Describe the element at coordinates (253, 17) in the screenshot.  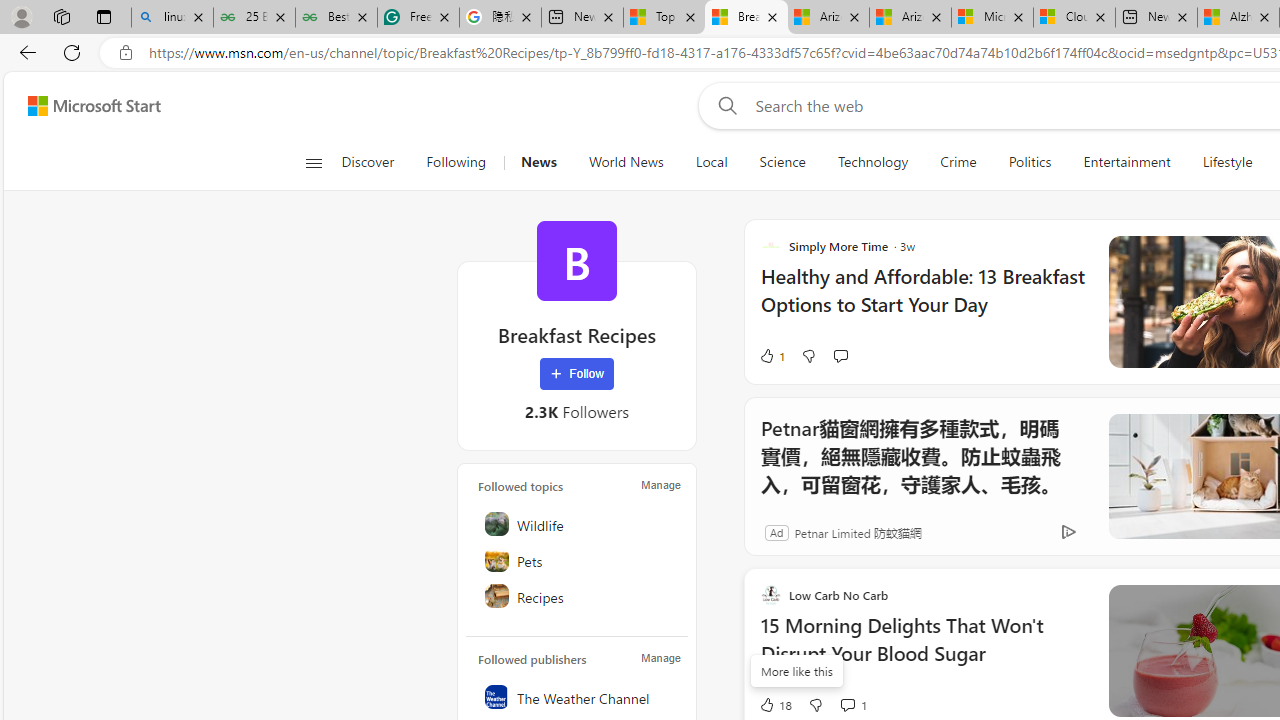
I see `'25 Basic Linux Commands For Beginners - GeeksforGeeks'` at that location.